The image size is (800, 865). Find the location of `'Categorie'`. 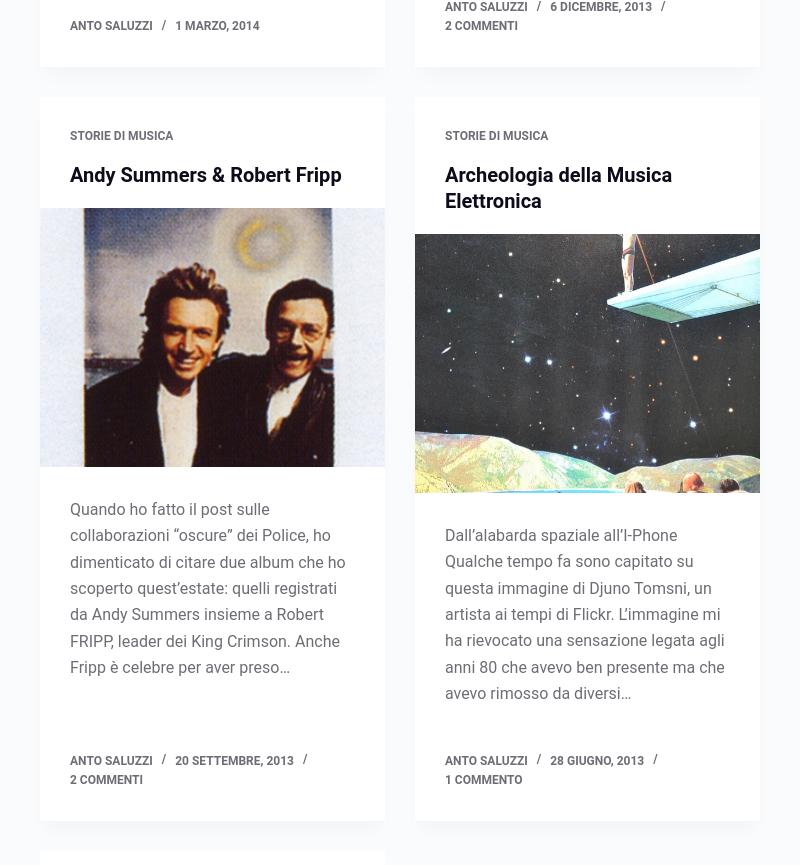

'Categorie' is located at coordinates (75, 317).